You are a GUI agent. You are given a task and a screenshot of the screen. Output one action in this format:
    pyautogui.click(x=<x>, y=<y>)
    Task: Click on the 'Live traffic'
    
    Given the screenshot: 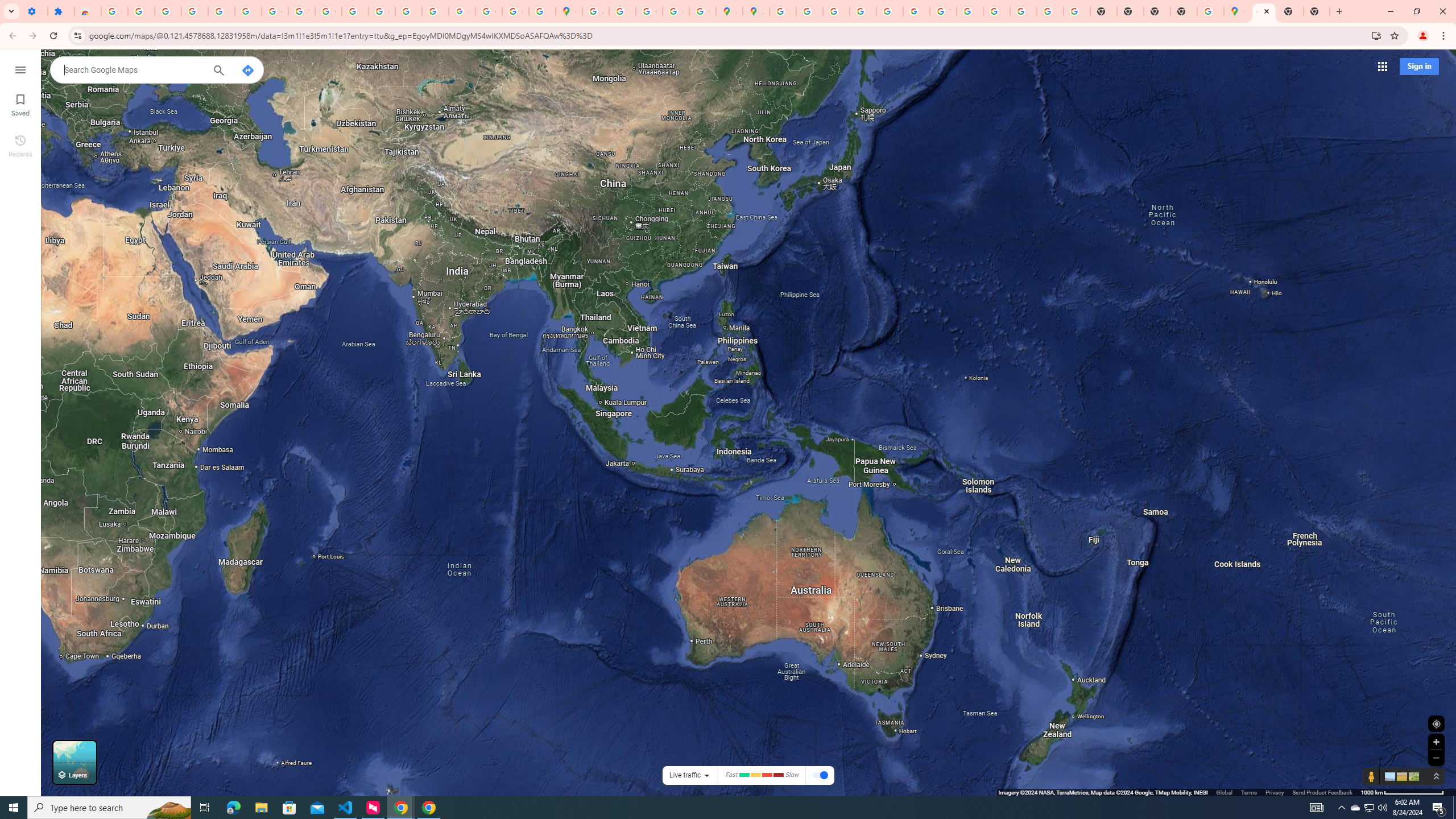 What is the action you would take?
    pyautogui.click(x=684, y=775)
    